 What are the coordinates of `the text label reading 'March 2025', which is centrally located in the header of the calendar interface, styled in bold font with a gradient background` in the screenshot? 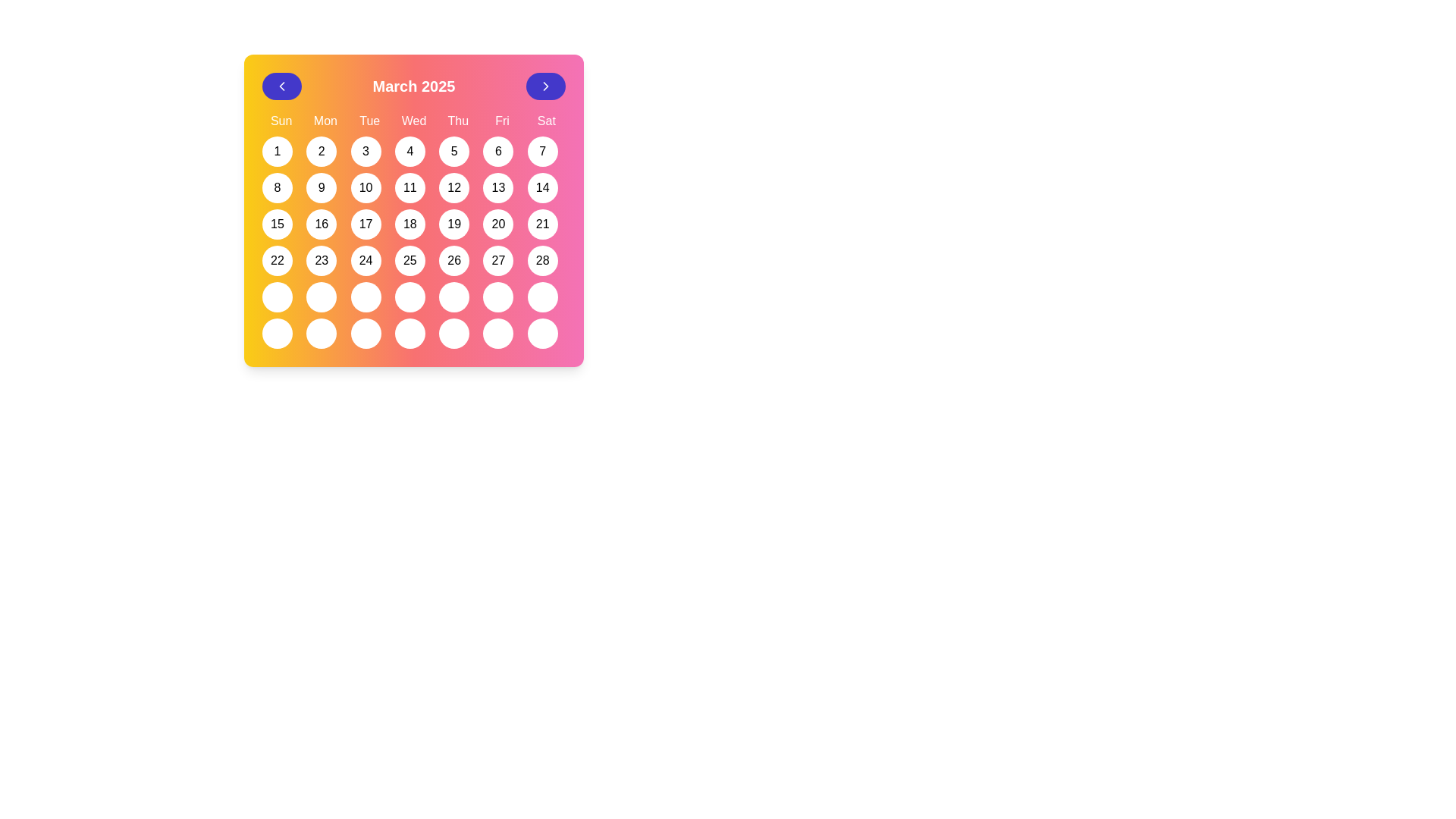 It's located at (414, 86).